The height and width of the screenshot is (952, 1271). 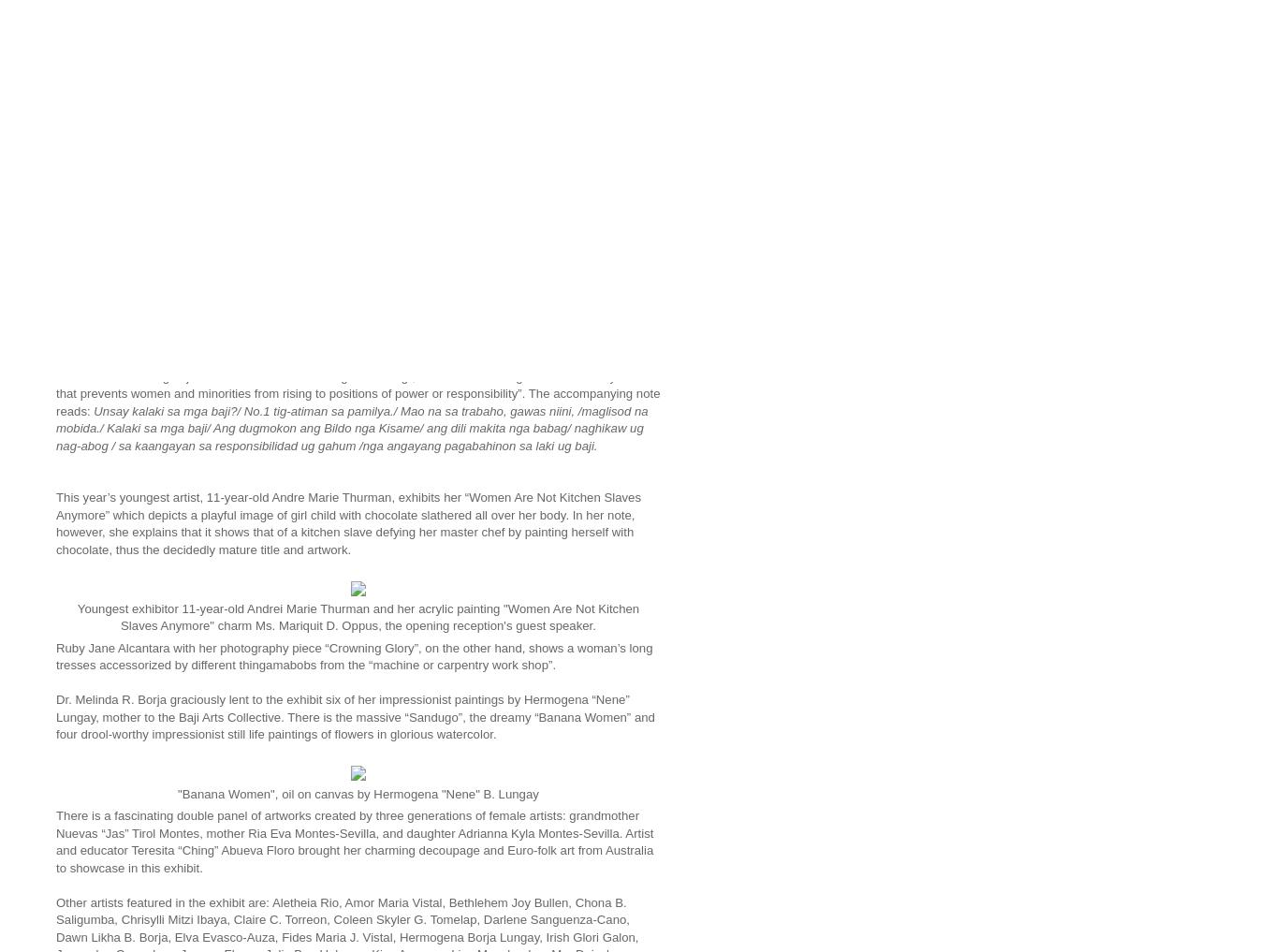 I want to click on 'Dr. Melinda R. Borja graciously lent to the exhibit six of her impressionist paintings by Hermogena “Nene” Lungay, mother to the Baji Arts Collective. There is the massive “Sandugo”, the dreamy “Banana Women” and four drool-worthy impressionist still life paintings of flowers in glorious watercolor.', so click(x=355, y=717).